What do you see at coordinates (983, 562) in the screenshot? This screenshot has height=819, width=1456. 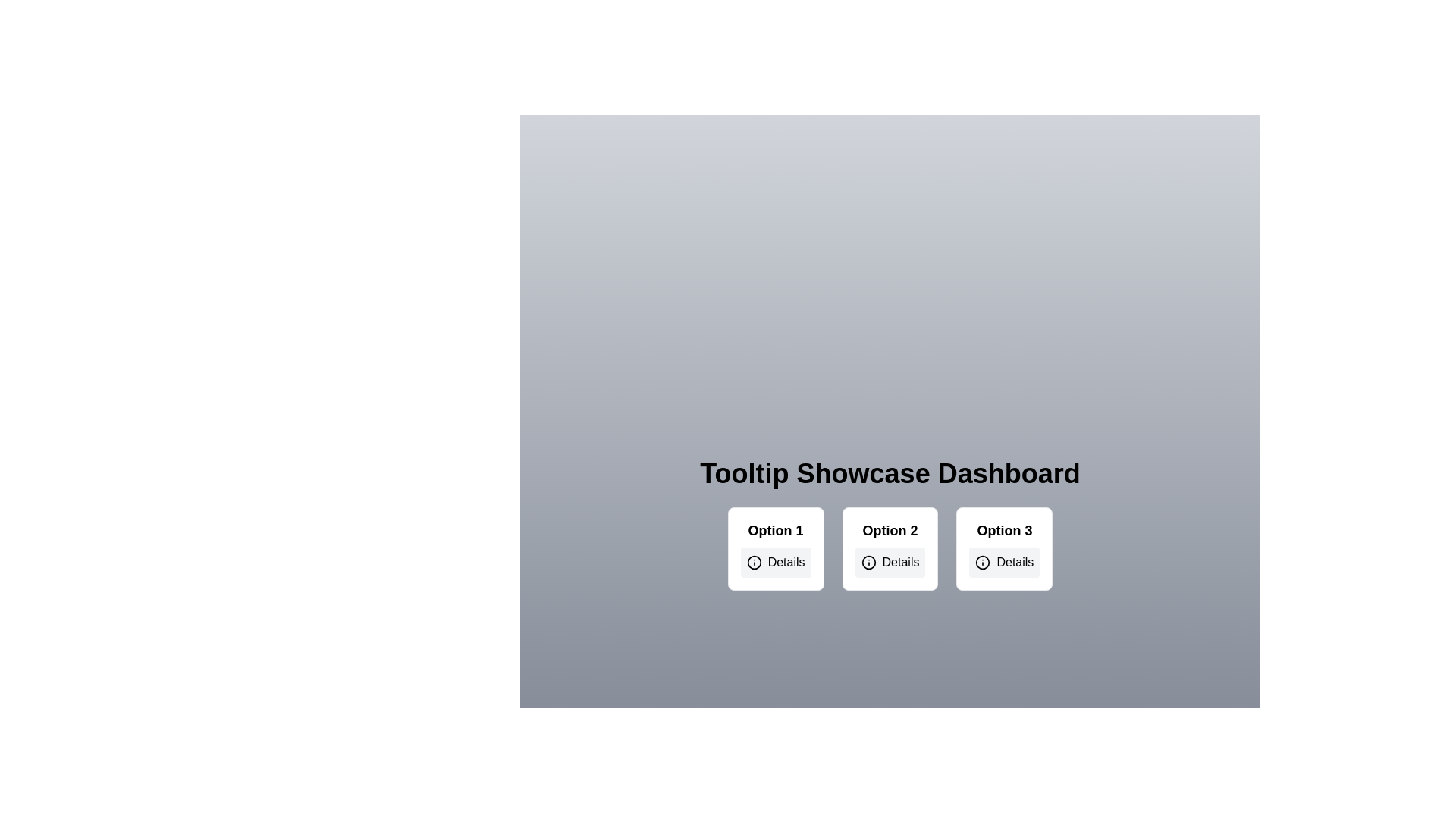 I see `the circular 'info' icon inside the 'Details' button of Option 3` at bounding box center [983, 562].